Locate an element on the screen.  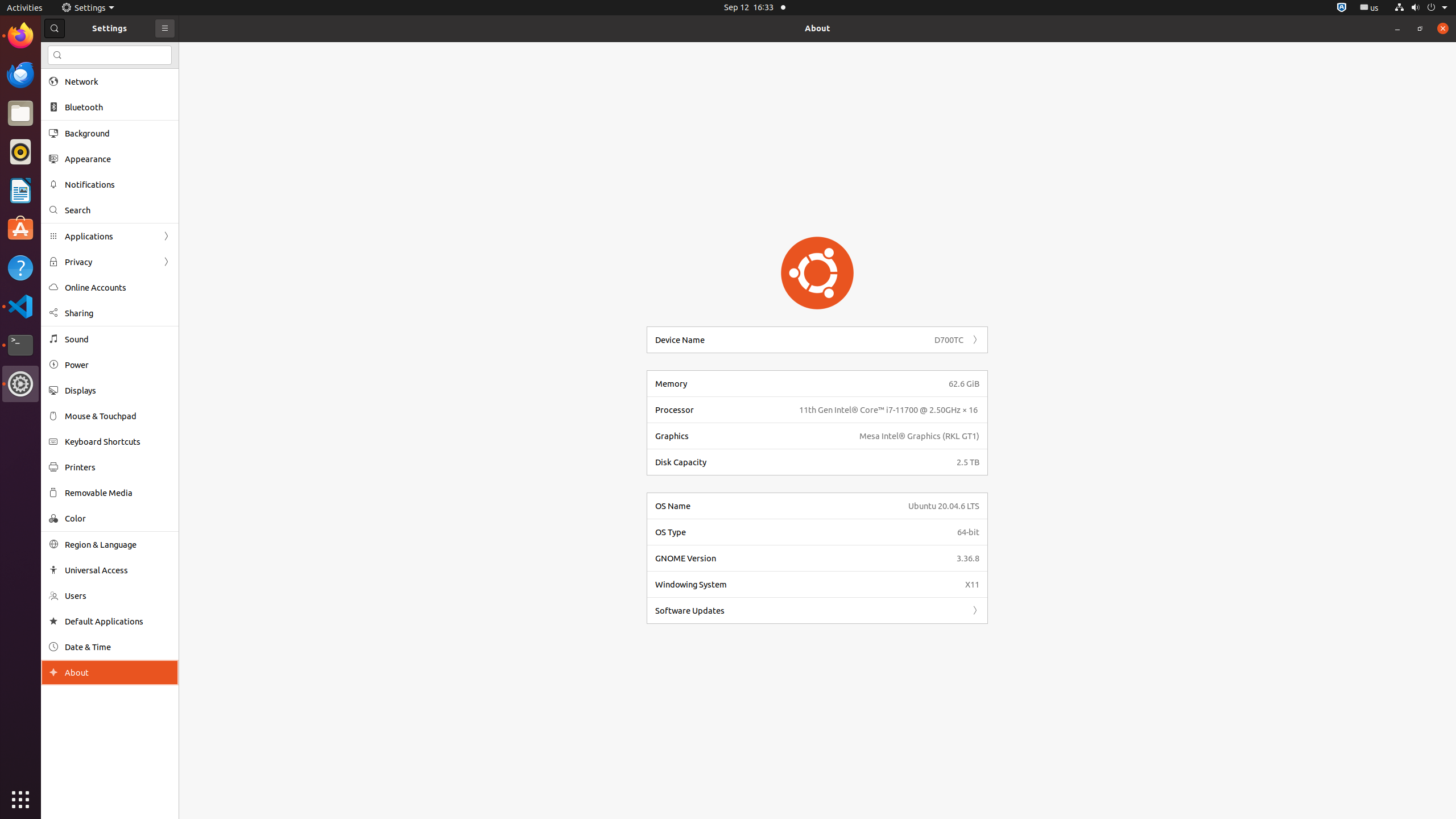
'Region & Language' is located at coordinates (118, 544).